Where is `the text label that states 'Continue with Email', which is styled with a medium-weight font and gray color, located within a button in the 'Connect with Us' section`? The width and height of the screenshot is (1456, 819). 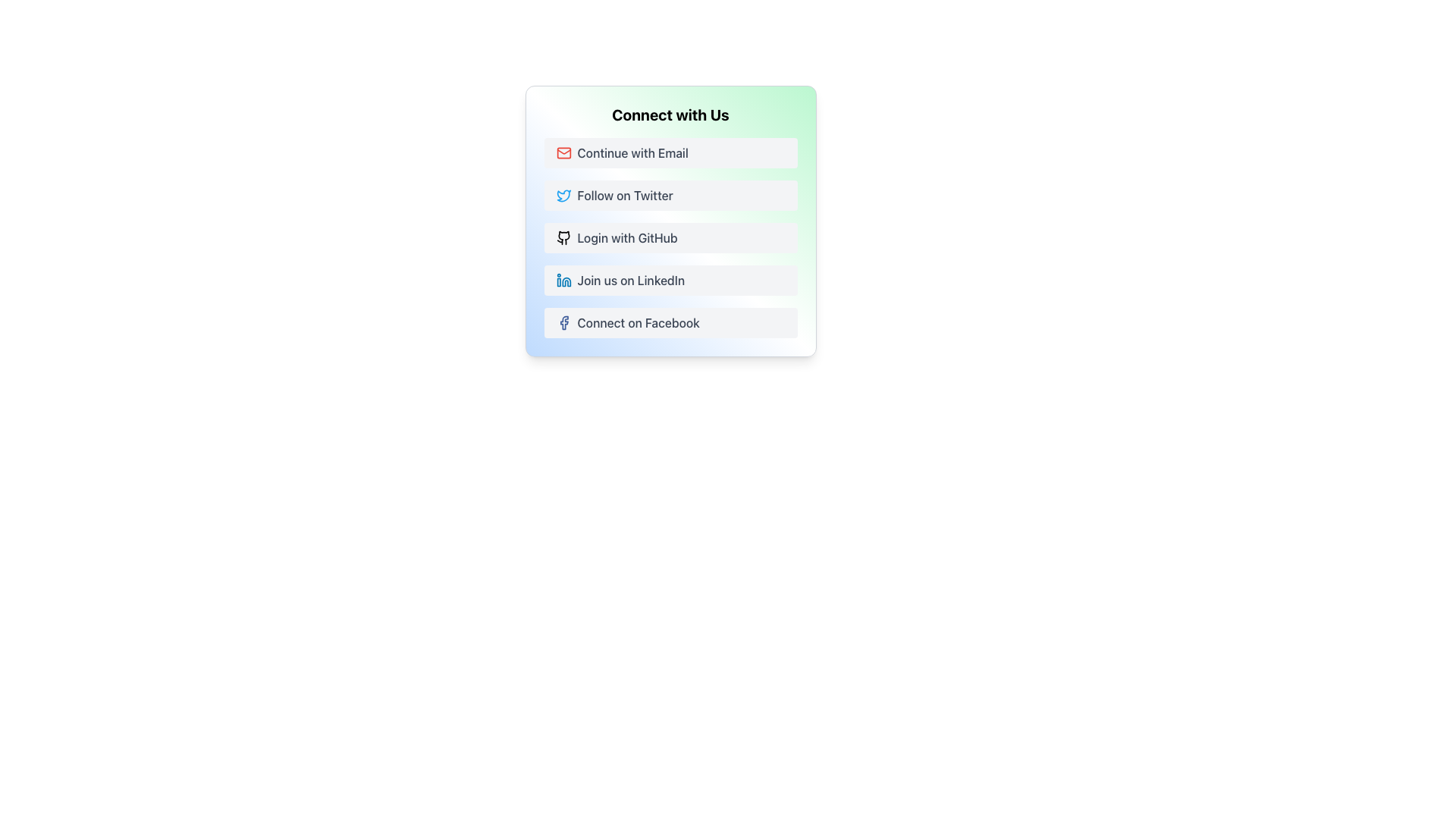
the text label that states 'Continue with Email', which is styled with a medium-weight font and gray color, located within a button in the 'Connect with Us' section is located at coordinates (632, 152).